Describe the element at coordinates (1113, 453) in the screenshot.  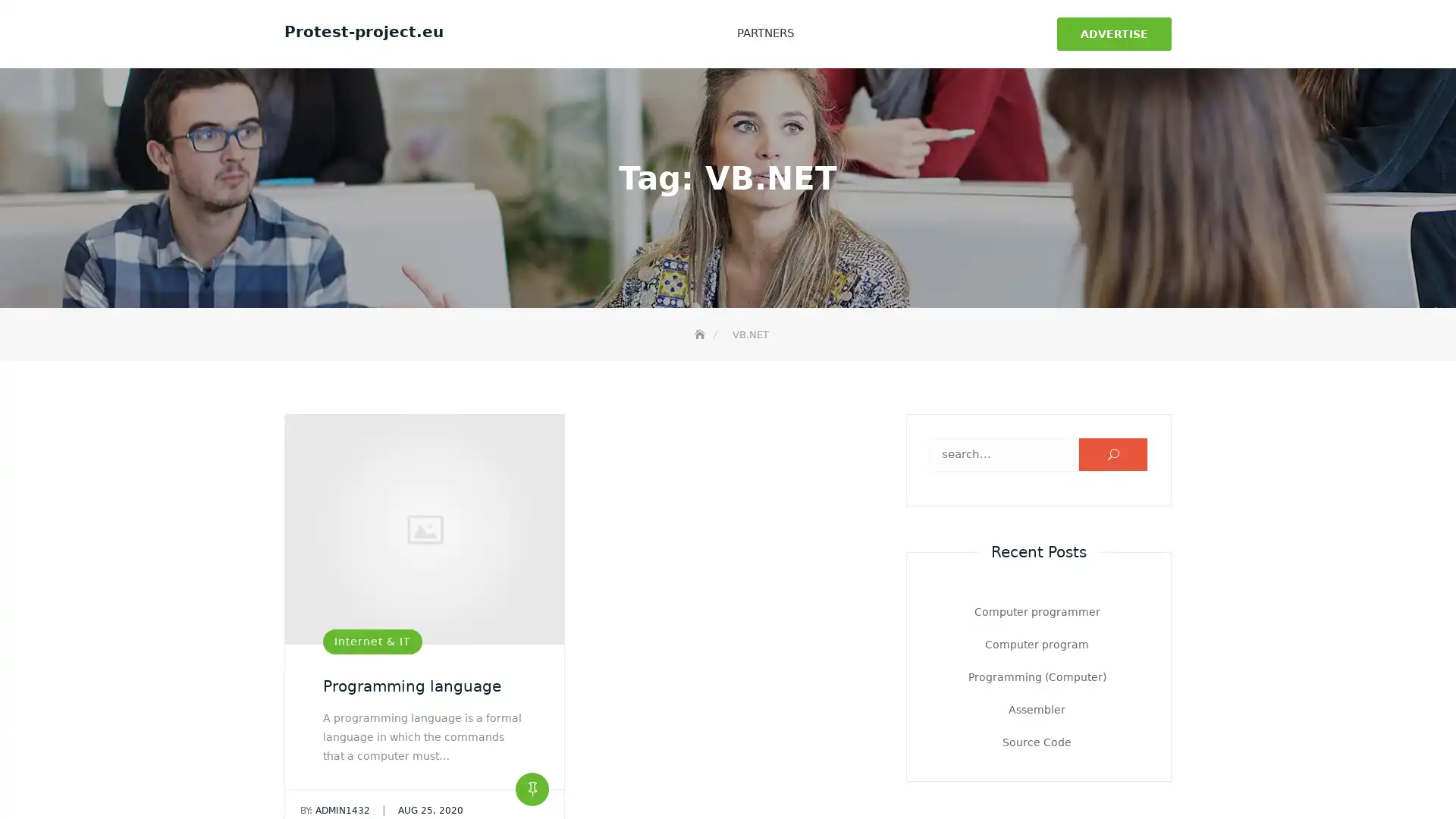
I see `U` at that location.